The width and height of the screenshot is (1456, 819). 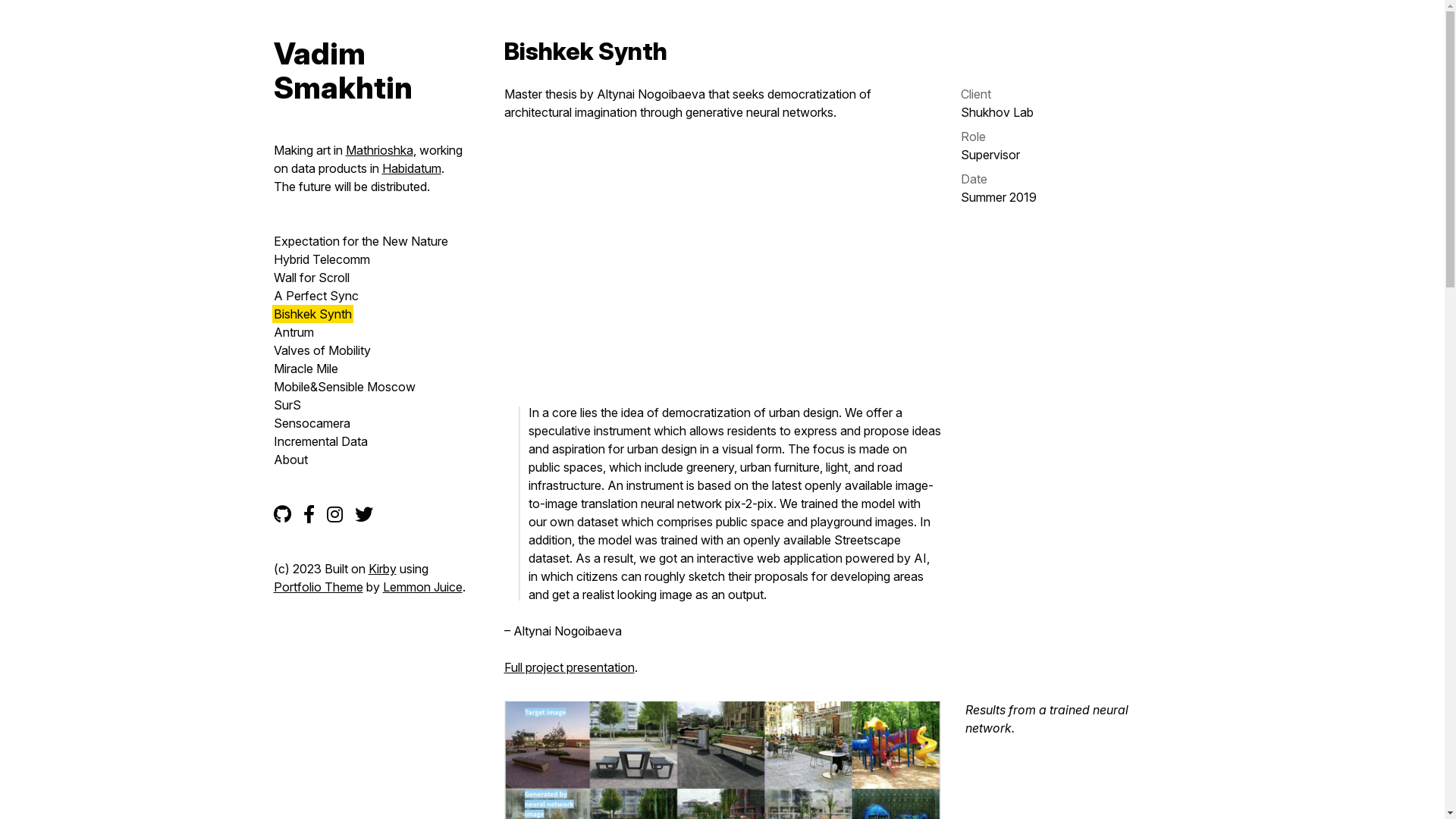 What do you see at coordinates (359, 240) in the screenshot?
I see `'Expectation for the New Nature'` at bounding box center [359, 240].